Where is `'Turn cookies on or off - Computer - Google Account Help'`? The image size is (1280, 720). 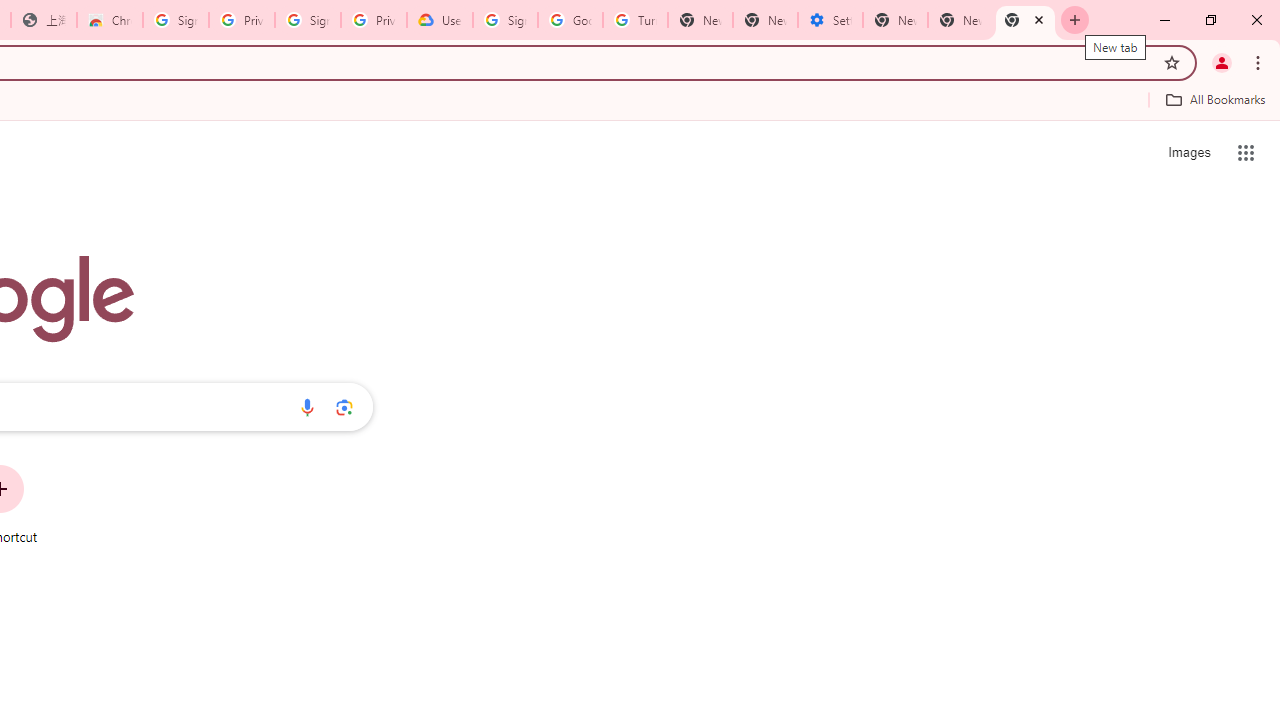 'Turn cookies on or off - Computer - Google Account Help' is located at coordinates (634, 20).